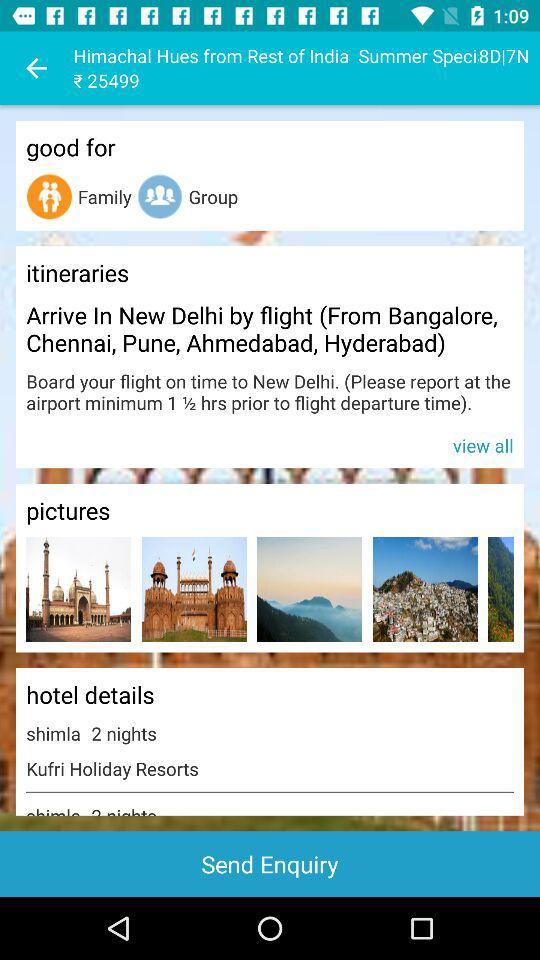 The width and height of the screenshot is (540, 960). I want to click on open up picture, so click(77, 589).